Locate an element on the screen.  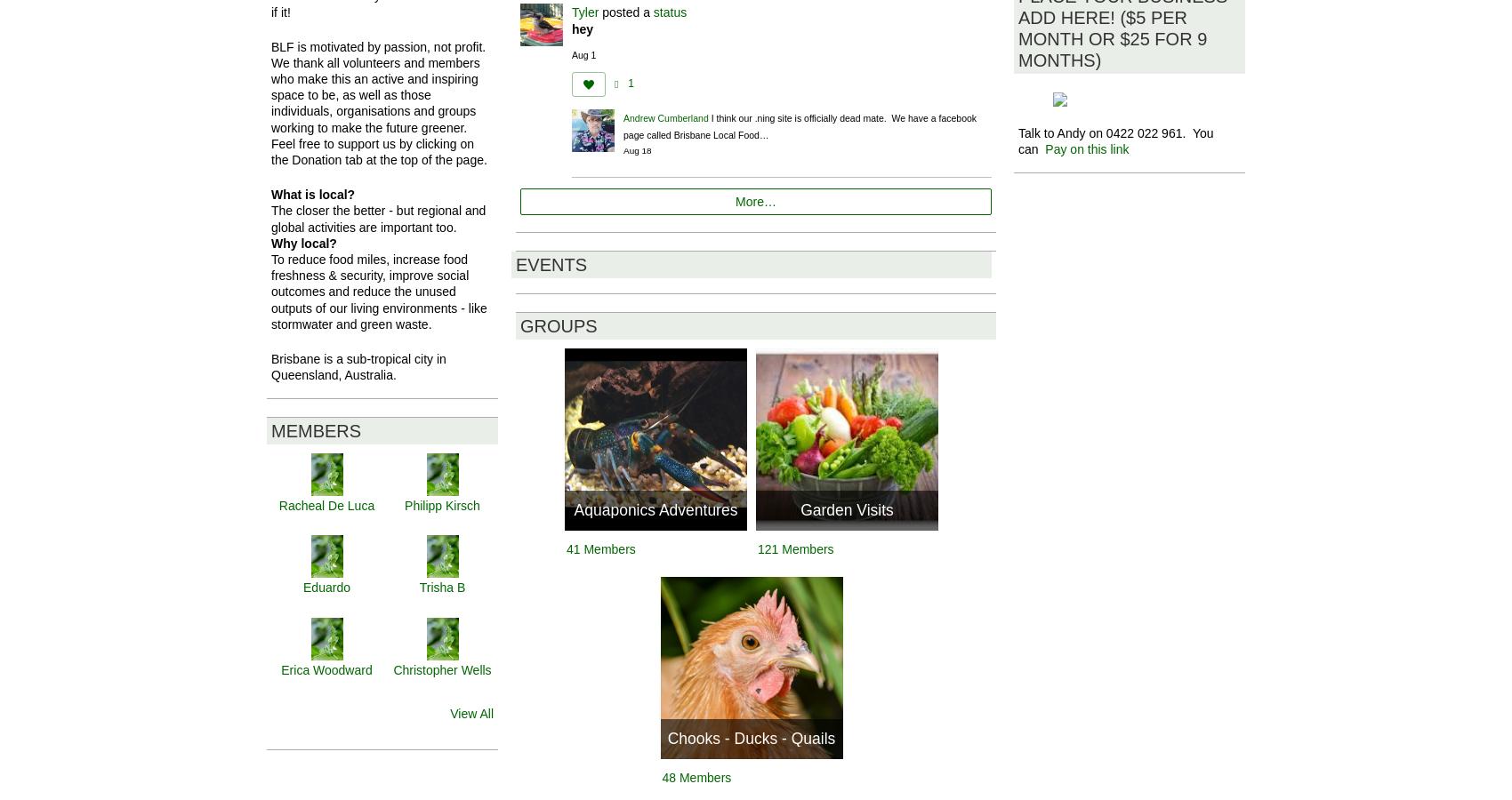
'status' is located at coordinates (668, 12).